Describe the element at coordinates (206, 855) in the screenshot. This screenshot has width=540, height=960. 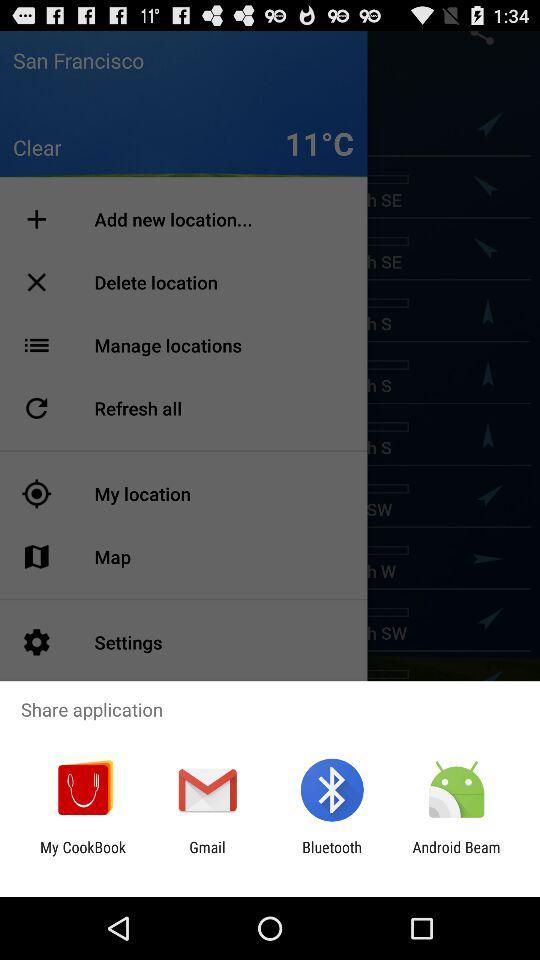
I see `the item next to my cookbook app` at that location.